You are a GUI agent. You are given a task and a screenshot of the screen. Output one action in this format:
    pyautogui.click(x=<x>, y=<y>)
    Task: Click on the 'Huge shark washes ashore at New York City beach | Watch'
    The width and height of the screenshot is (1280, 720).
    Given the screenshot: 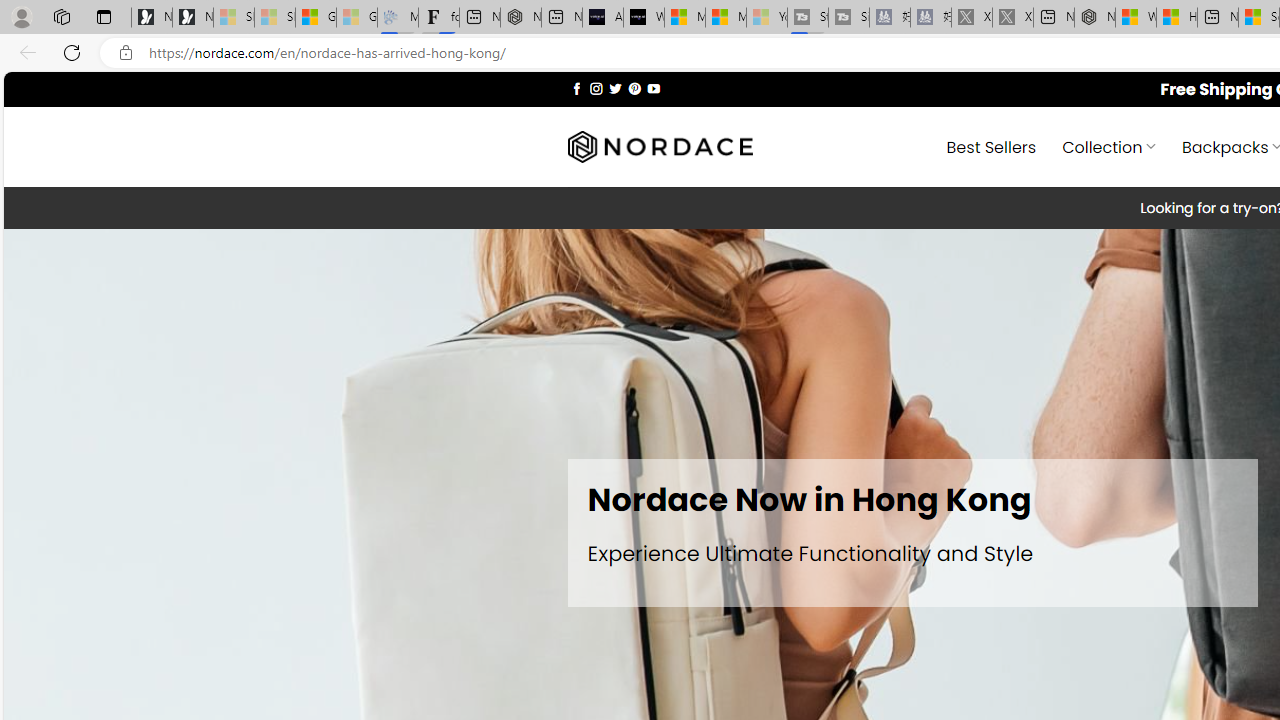 What is the action you would take?
    pyautogui.click(x=1176, y=17)
    